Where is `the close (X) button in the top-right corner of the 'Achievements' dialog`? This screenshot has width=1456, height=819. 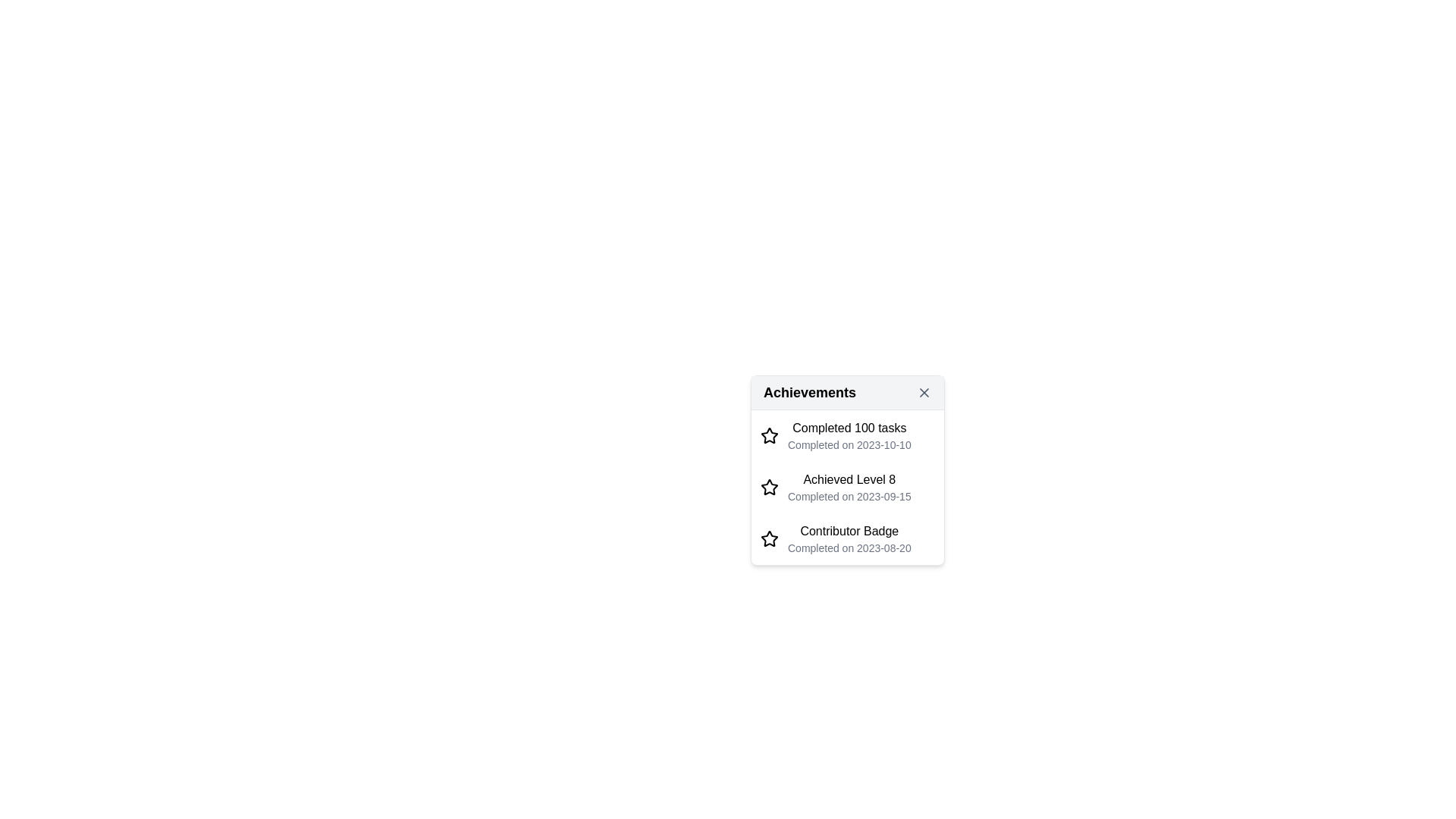 the close (X) button in the top-right corner of the 'Achievements' dialog is located at coordinates (924, 391).